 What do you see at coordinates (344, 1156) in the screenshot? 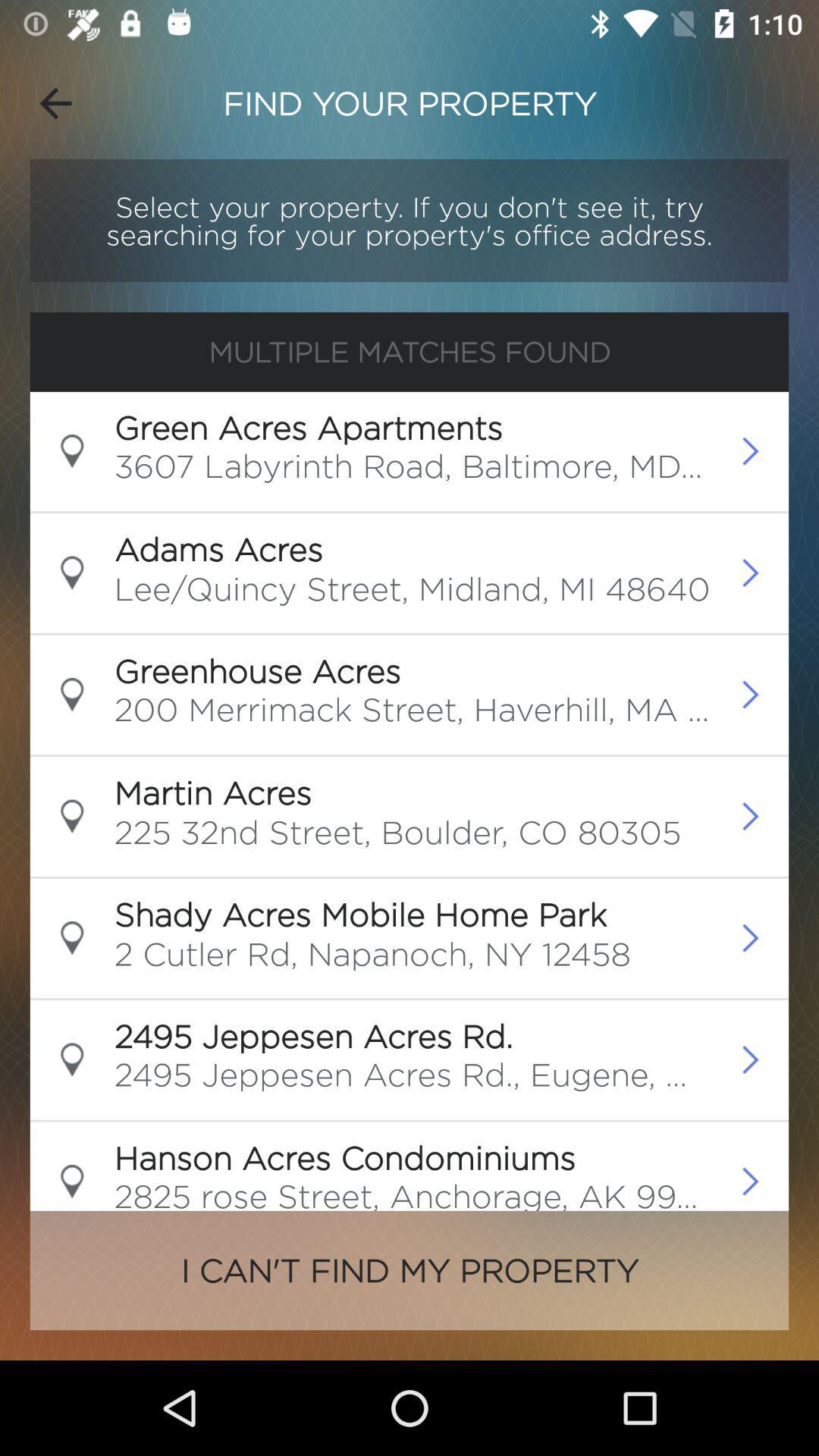
I see `item above 2825 rose street icon` at bounding box center [344, 1156].